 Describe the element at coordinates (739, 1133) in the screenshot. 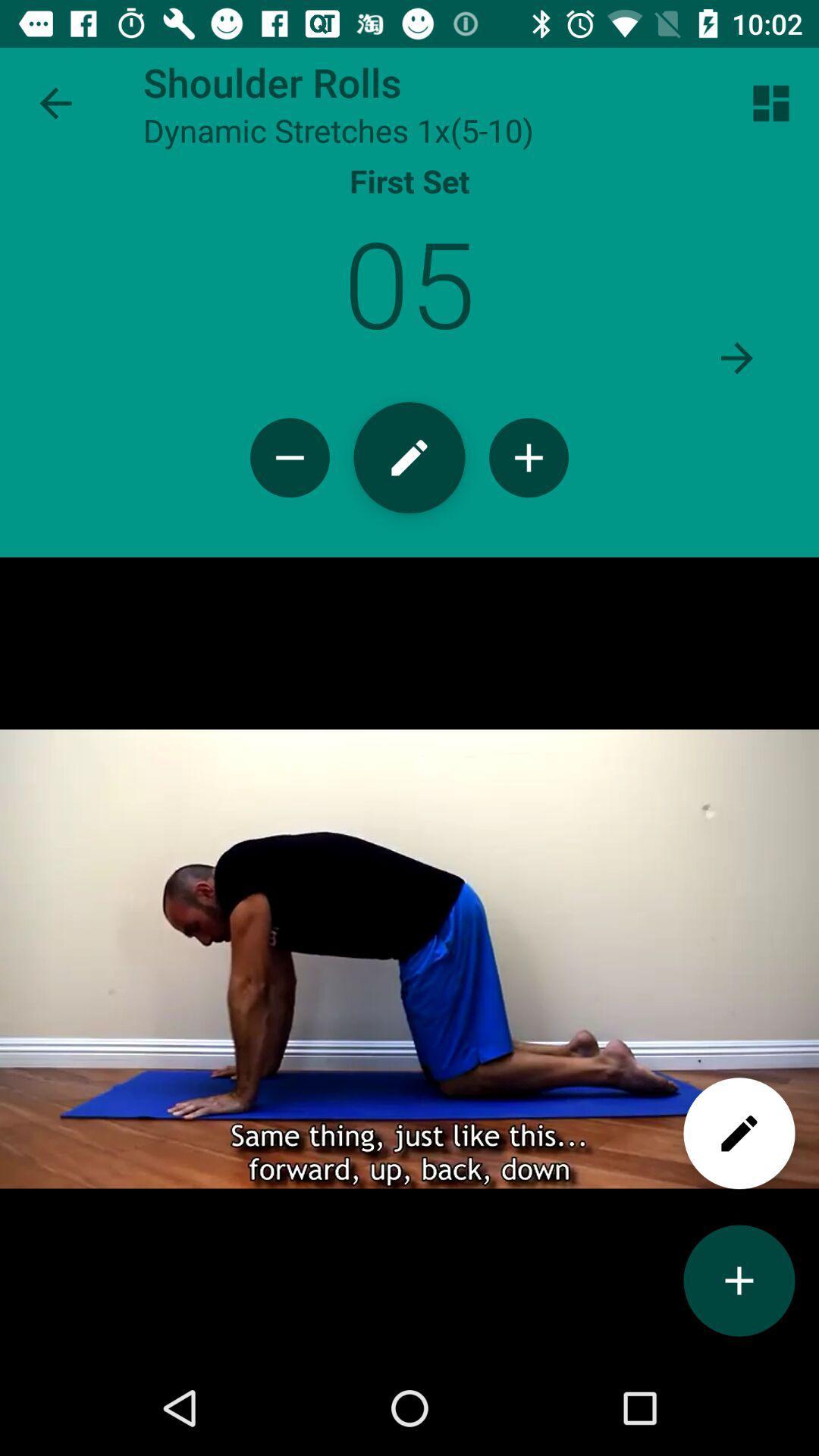

I see `edit option` at that location.